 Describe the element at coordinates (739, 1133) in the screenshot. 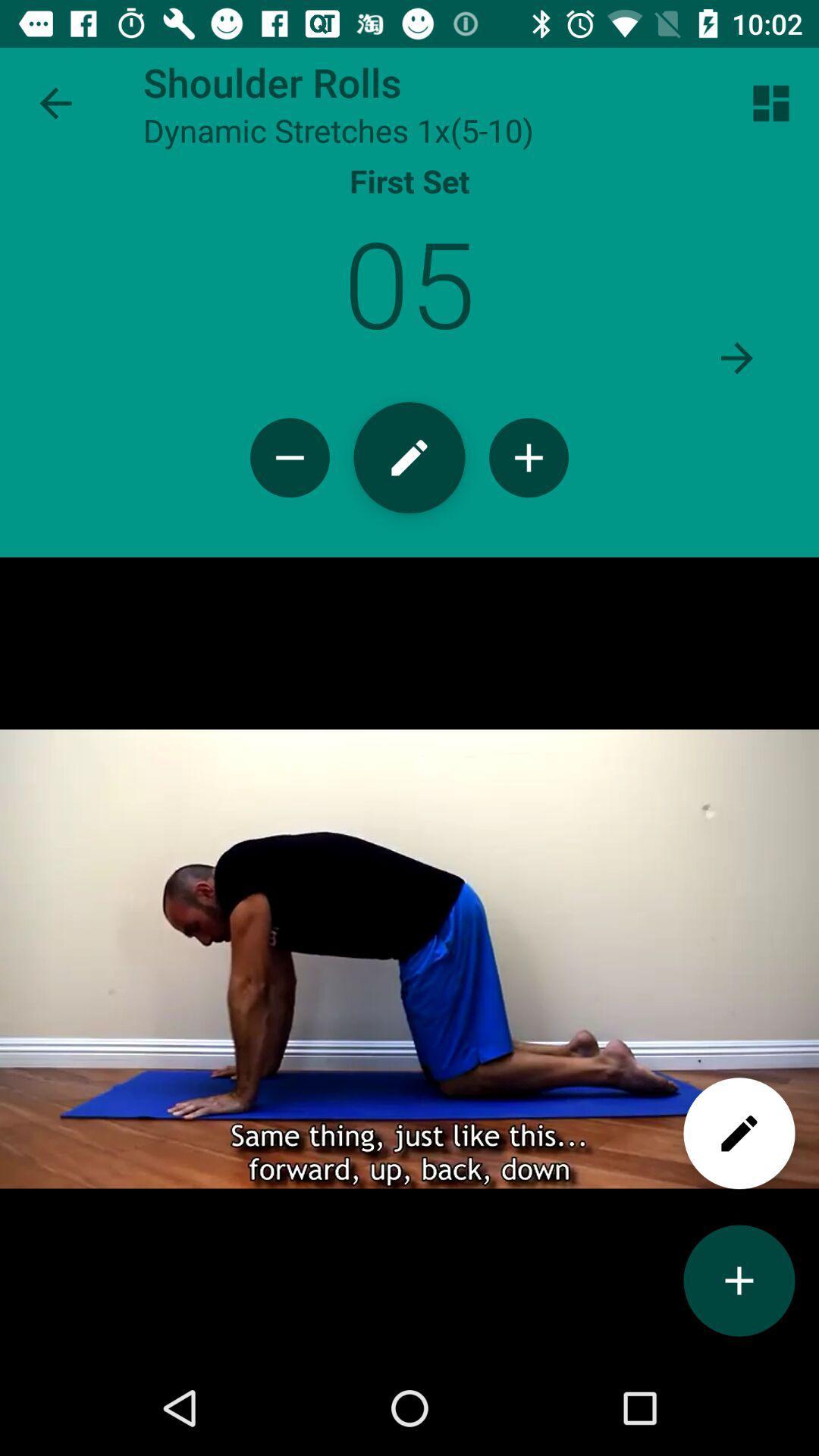

I see `edit option` at that location.